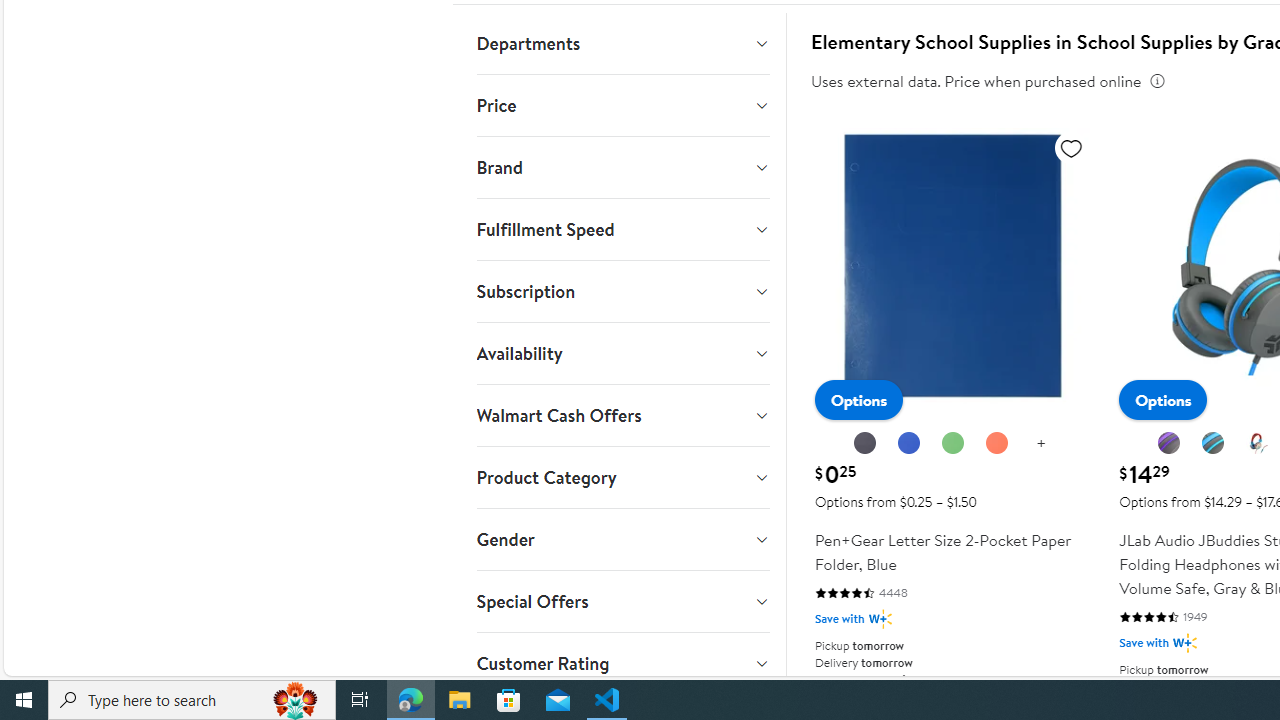 This screenshot has width=1280, height=720. What do you see at coordinates (621, 228) in the screenshot?
I see `'Fulfillment Speed'` at bounding box center [621, 228].